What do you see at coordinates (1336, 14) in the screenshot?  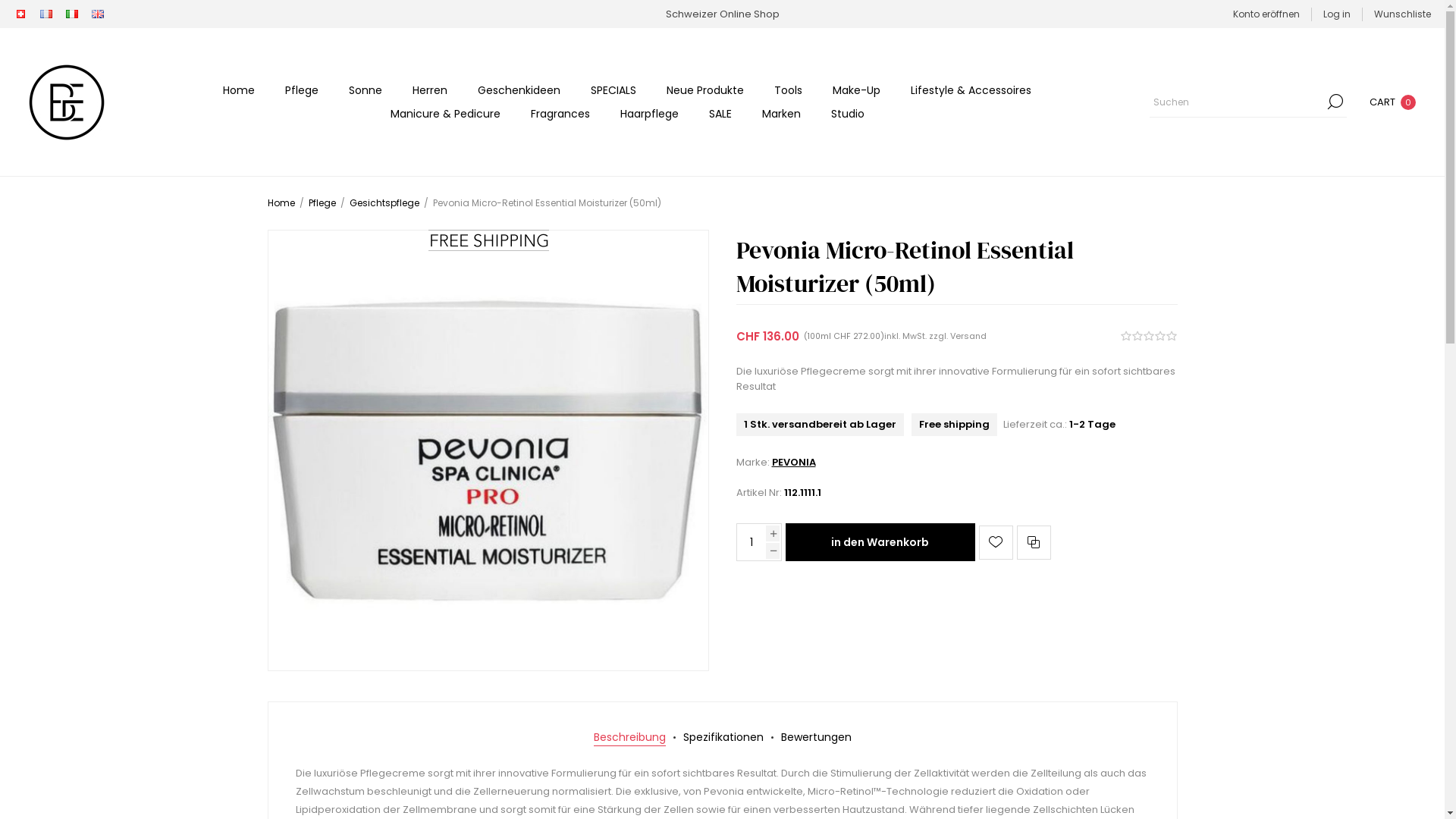 I see `'Log in'` at bounding box center [1336, 14].